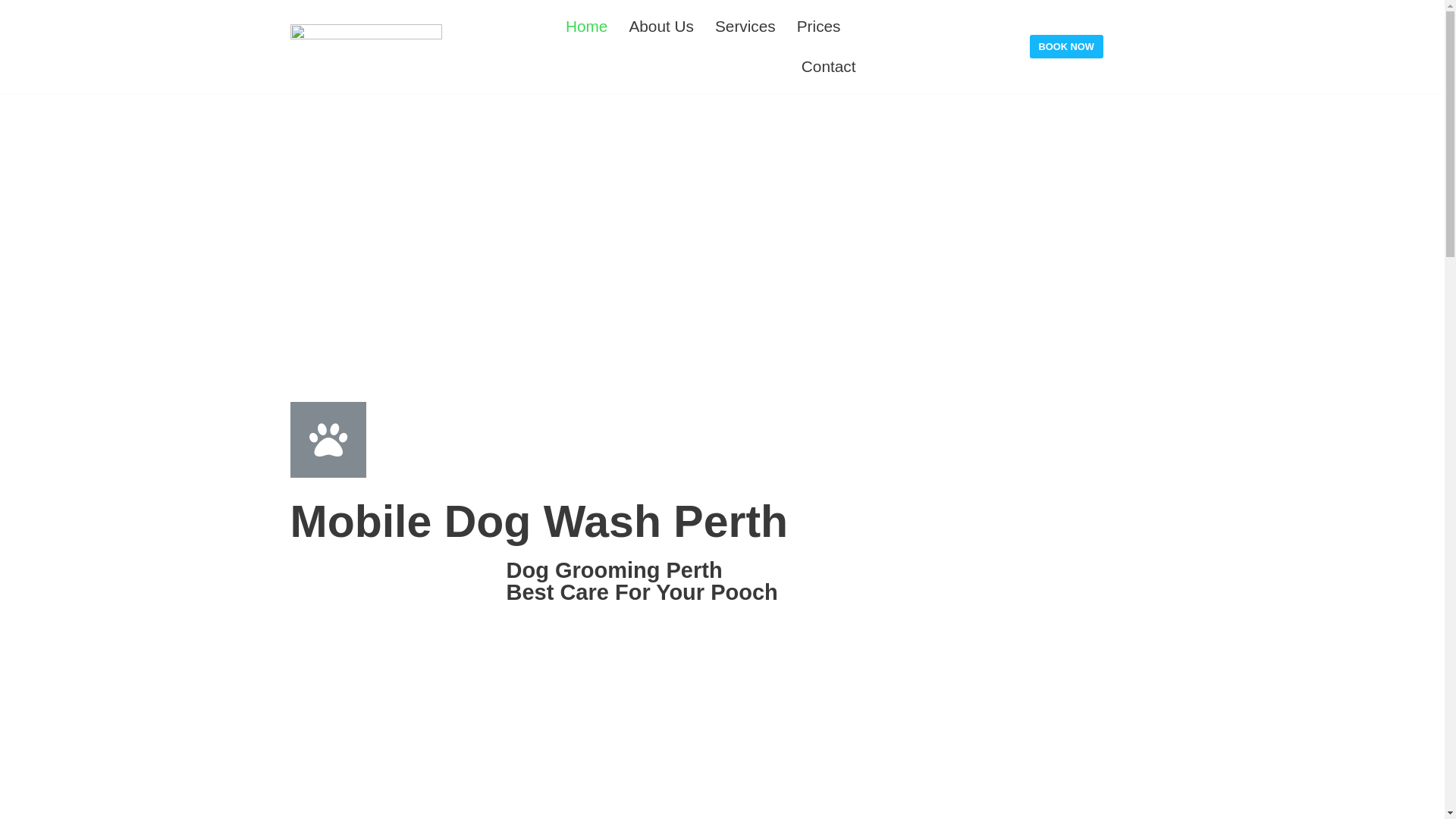 This screenshot has width=1456, height=819. Describe the element at coordinates (629, 26) in the screenshot. I see `'About Us'` at that location.